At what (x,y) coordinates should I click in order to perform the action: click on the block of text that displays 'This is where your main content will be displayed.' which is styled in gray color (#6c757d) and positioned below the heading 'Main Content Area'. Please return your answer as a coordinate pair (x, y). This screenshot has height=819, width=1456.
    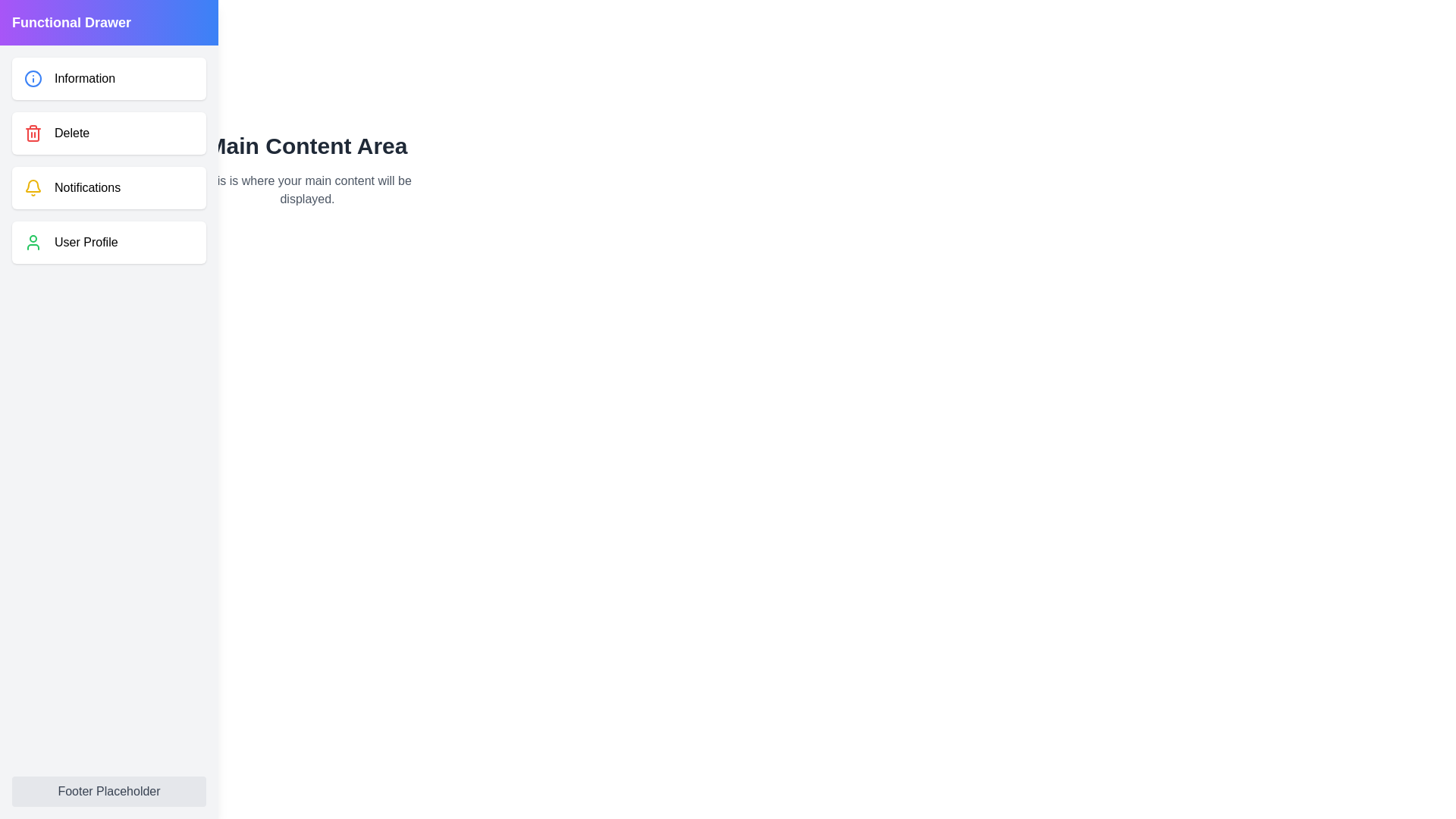
    Looking at the image, I should click on (306, 189).